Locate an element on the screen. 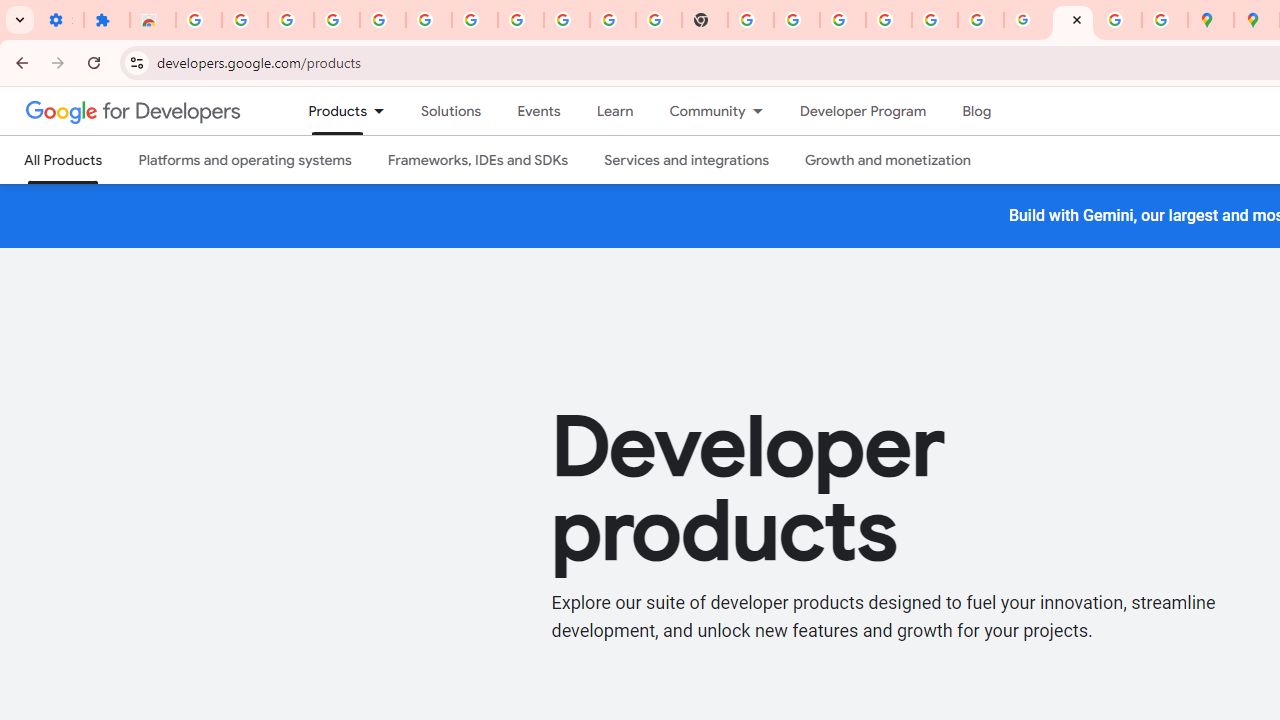 Image resolution: width=1280 pixels, height=720 pixels. 'Growth and monetization' is located at coordinates (887, 159).